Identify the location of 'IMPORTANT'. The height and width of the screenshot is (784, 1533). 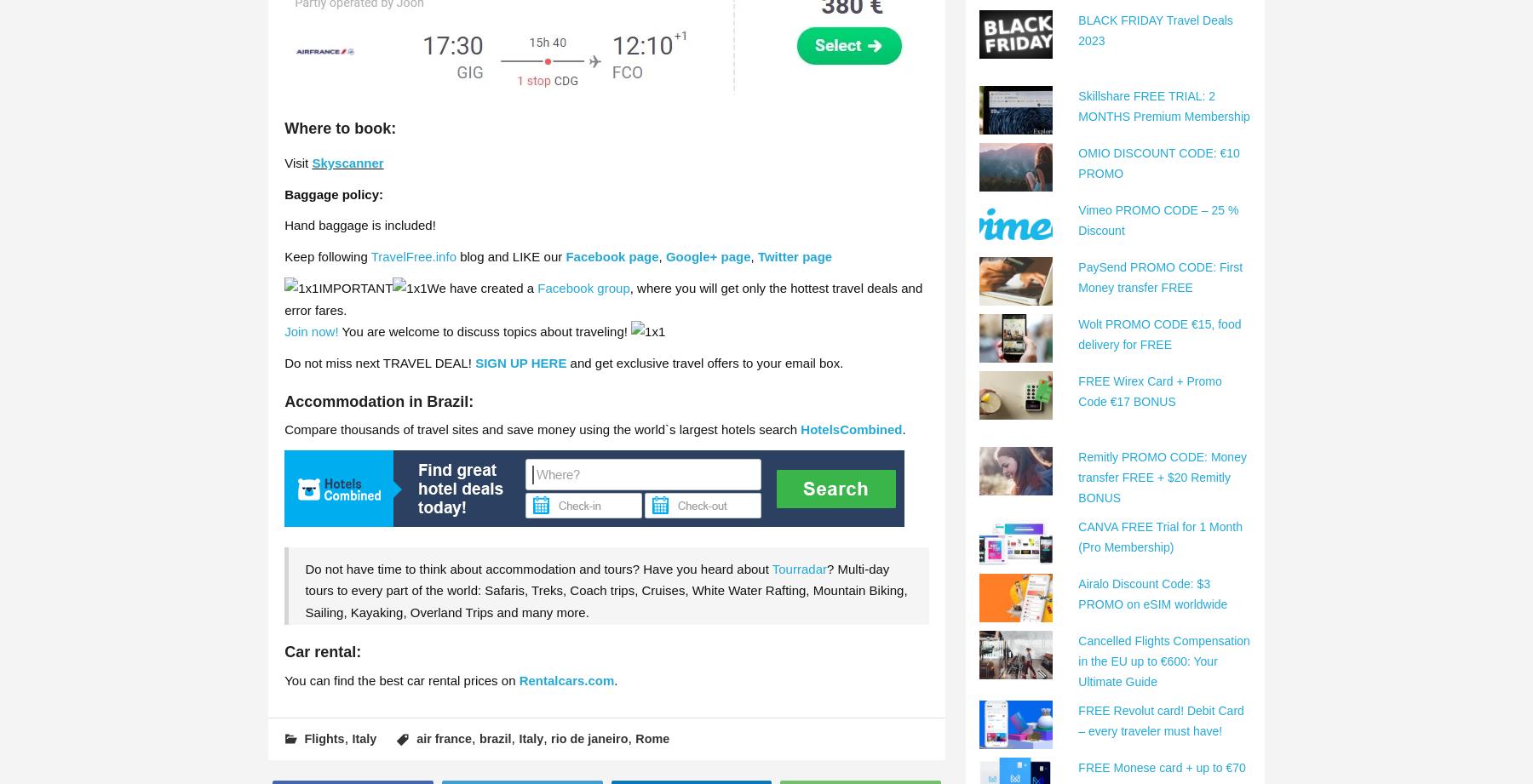
(355, 288).